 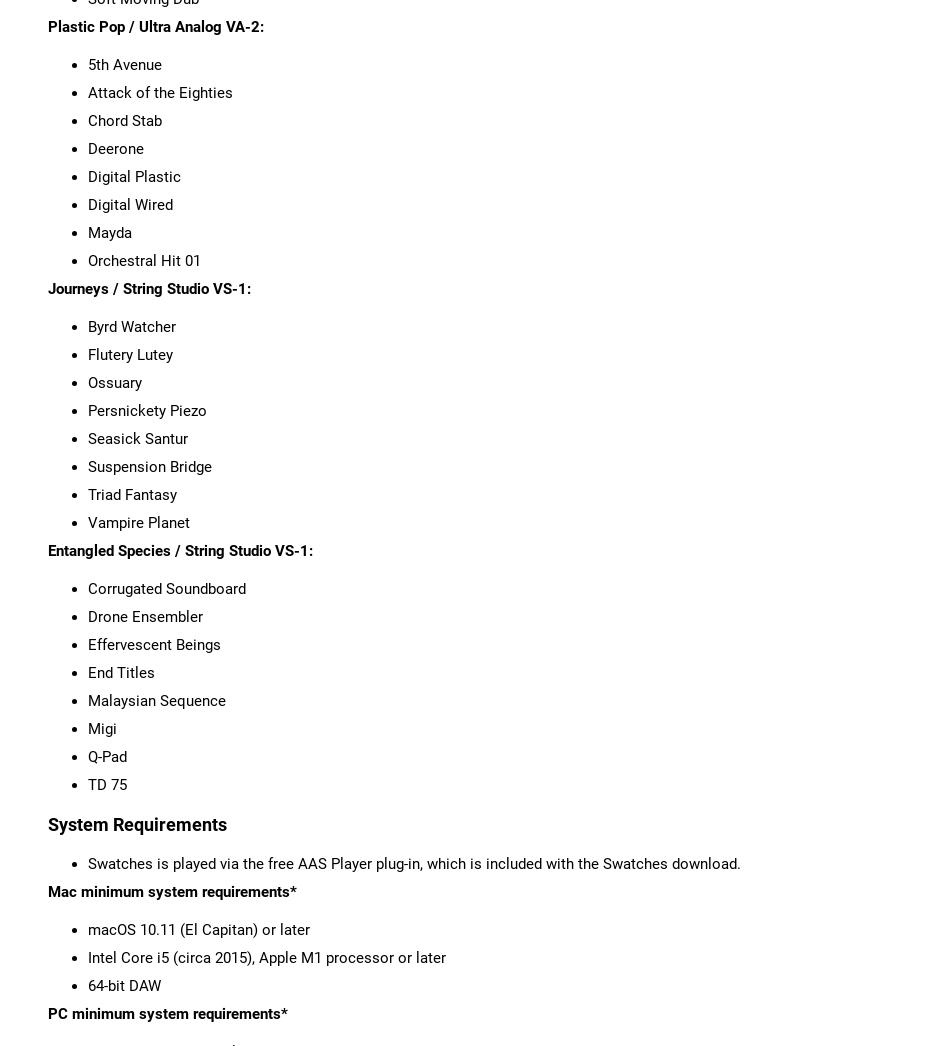 What do you see at coordinates (87, 410) in the screenshot?
I see `'Persnickety Piezo'` at bounding box center [87, 410].